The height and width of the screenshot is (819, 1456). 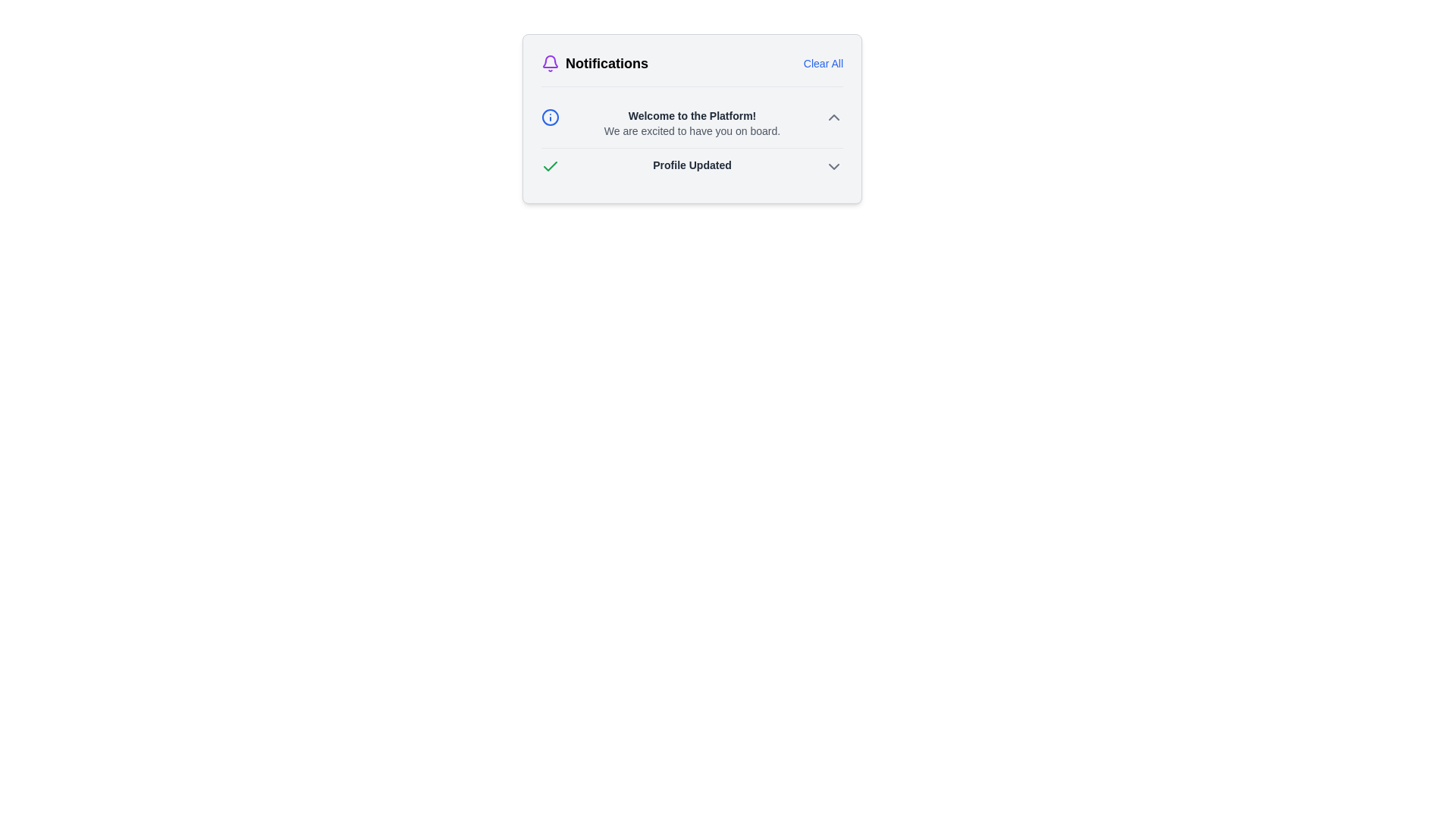 What do you see at coordinates (691, 122) in the screenshot?
I see `the Notification Header with Supportive Text that includes the title 'Welcome to the Platform!' and a blue information icon` at bounding box center [691, 122].